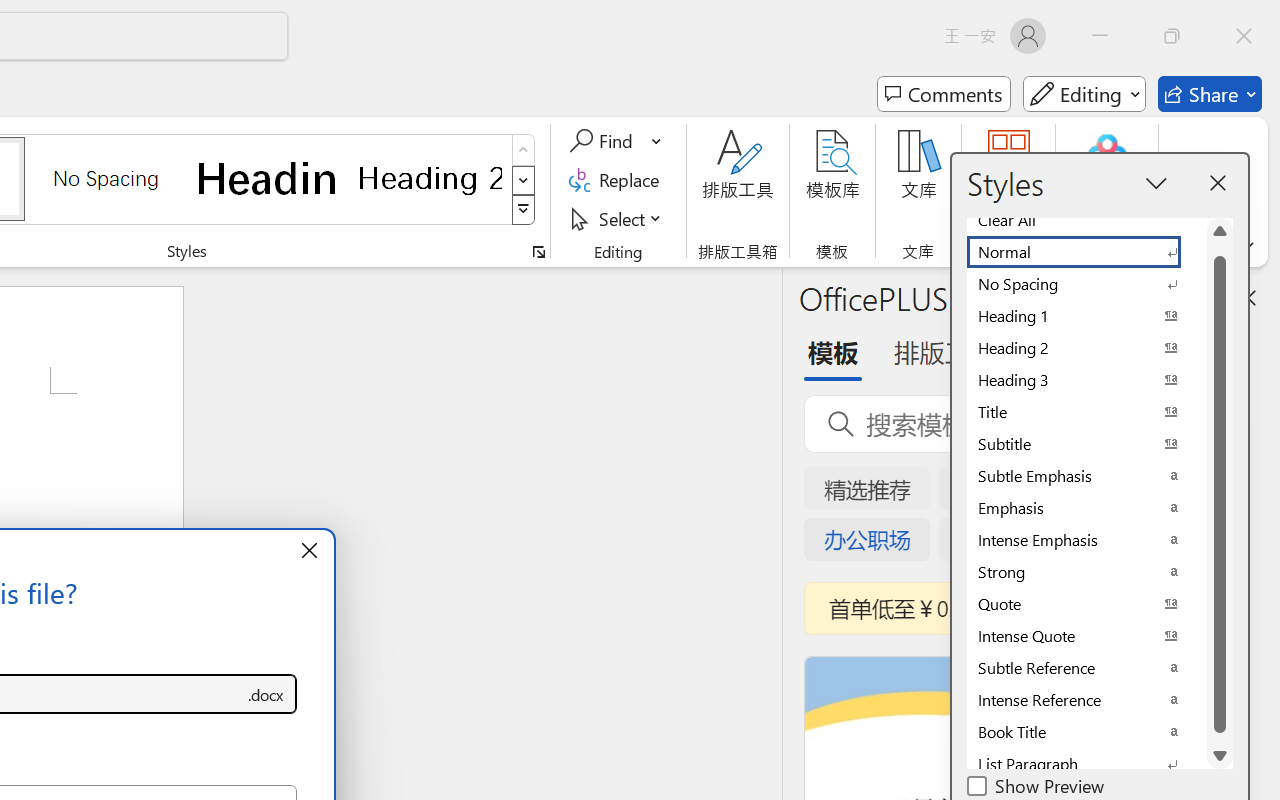  I want to click on 'Heading 2', so click(429, 177).